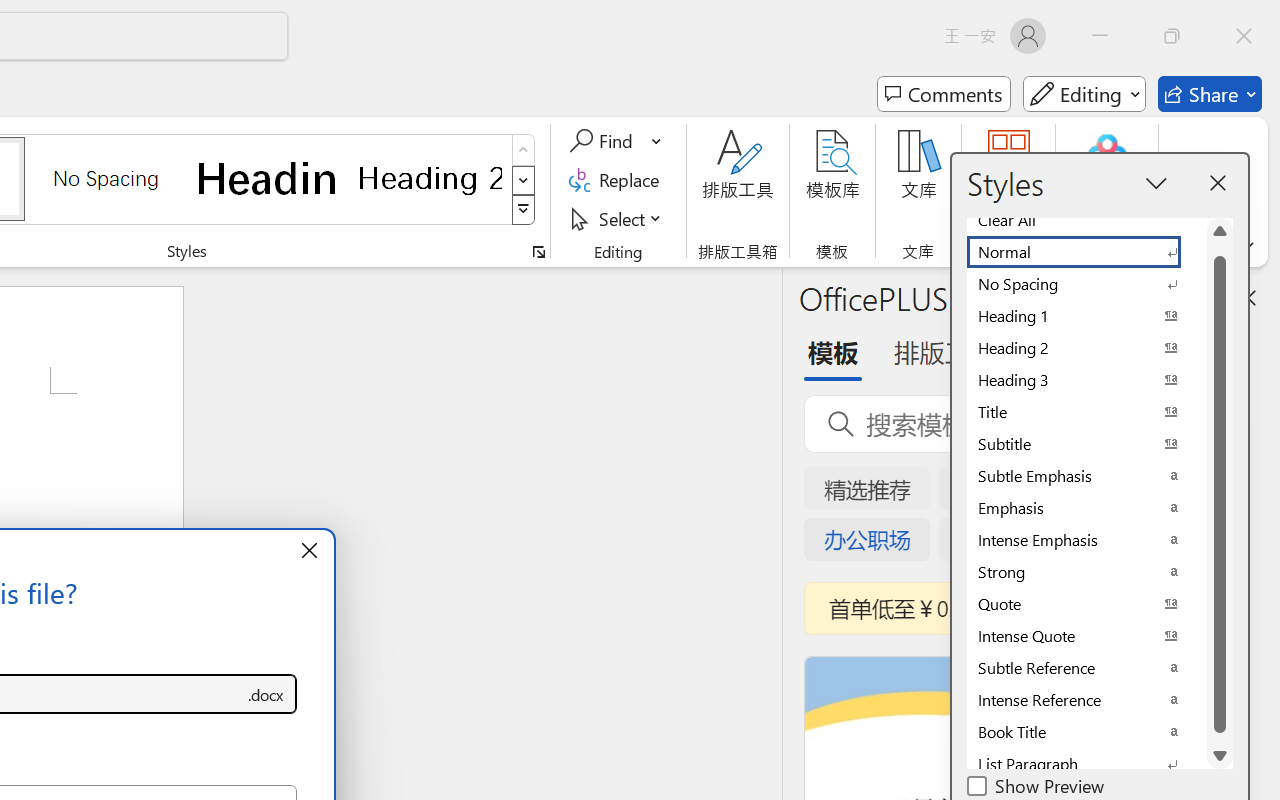  I want to click on 'Heading 2', so click(429, 177).